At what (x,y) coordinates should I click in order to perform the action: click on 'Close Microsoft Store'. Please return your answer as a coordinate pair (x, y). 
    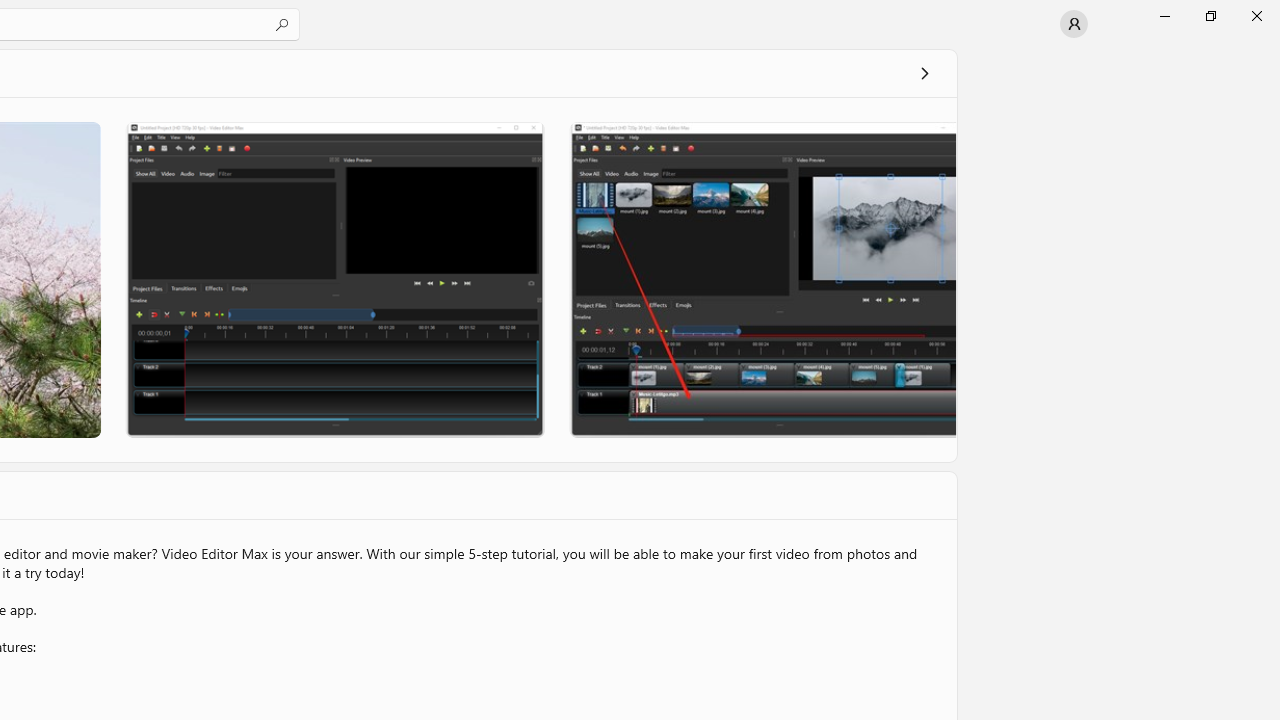
    Looking at the image, I should click on (1255, 15).